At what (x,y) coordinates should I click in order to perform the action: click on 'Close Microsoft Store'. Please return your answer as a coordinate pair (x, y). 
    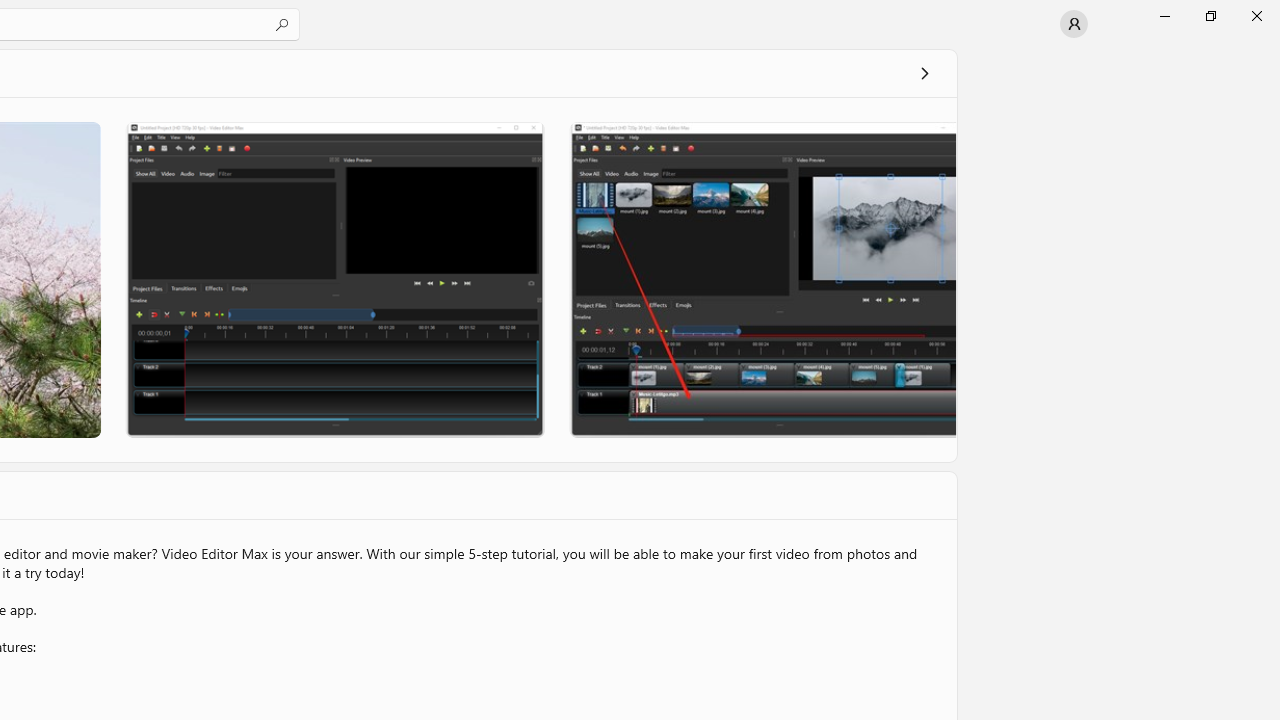
    Looking at the image, I should click on (1255, 15).